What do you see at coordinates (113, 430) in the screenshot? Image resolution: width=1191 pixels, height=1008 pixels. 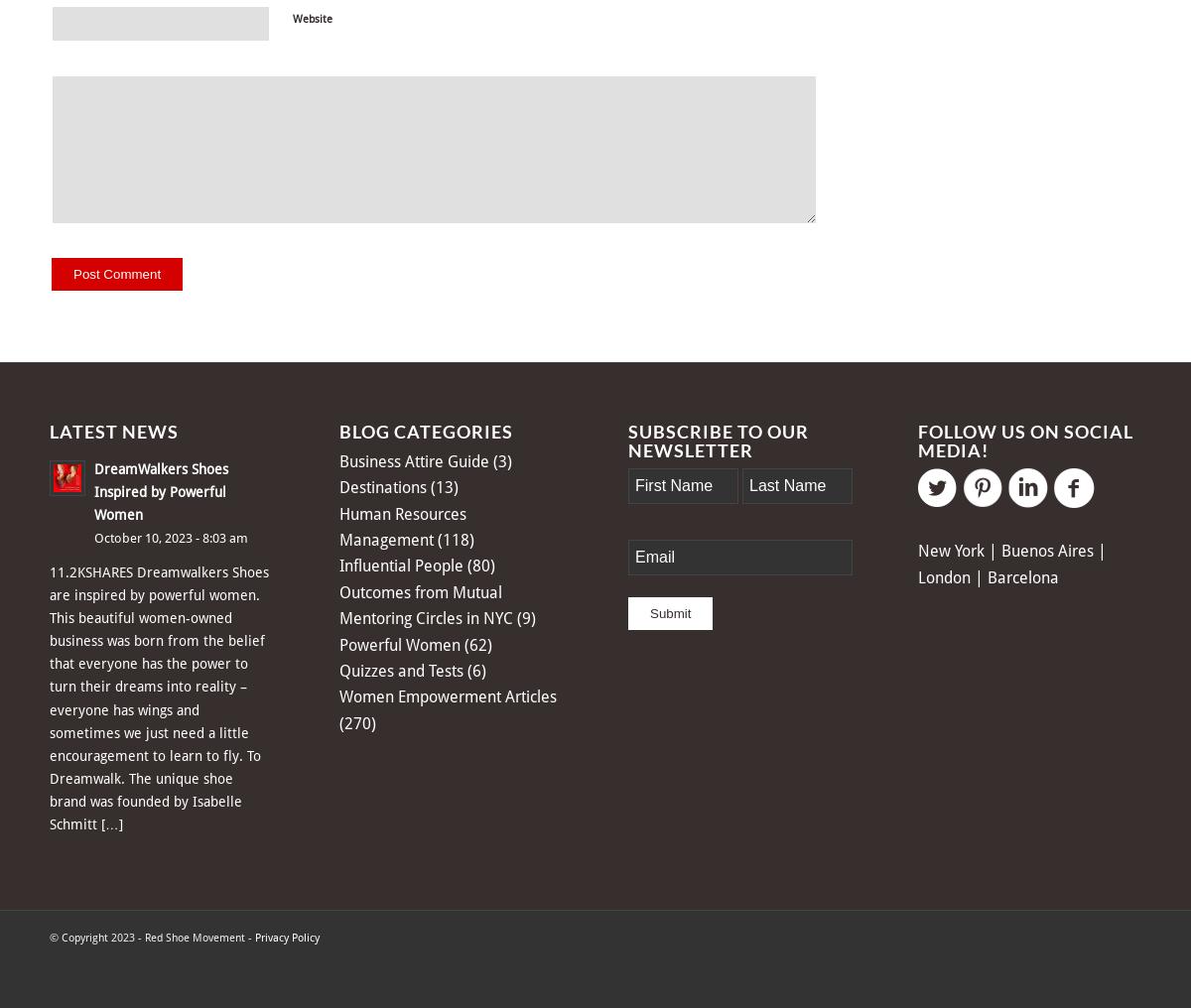 I see `'Latest News'` at bounding box center [113, 430].